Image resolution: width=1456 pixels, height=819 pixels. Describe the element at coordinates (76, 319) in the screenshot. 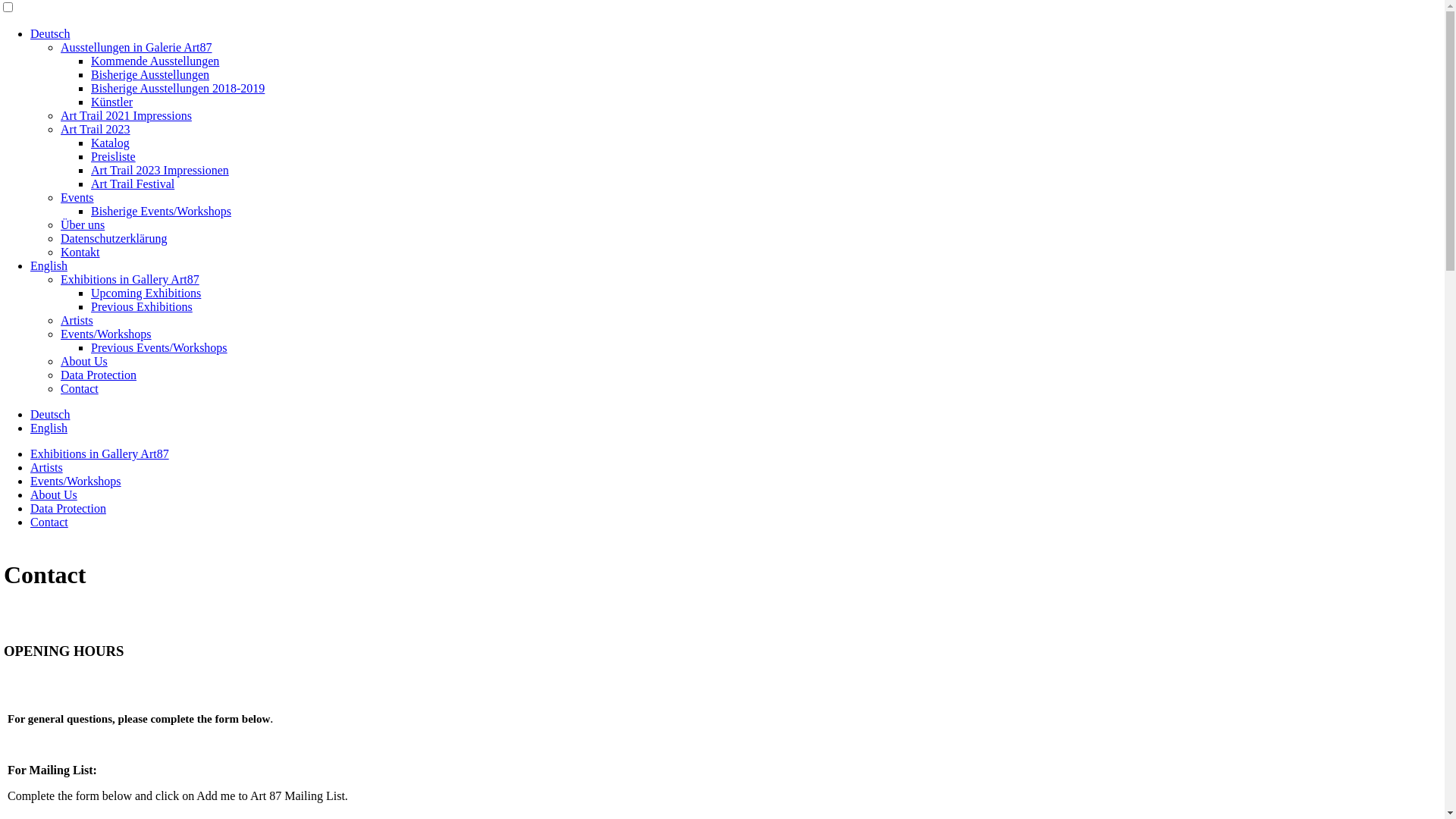

I see `'Artists'` at that location.